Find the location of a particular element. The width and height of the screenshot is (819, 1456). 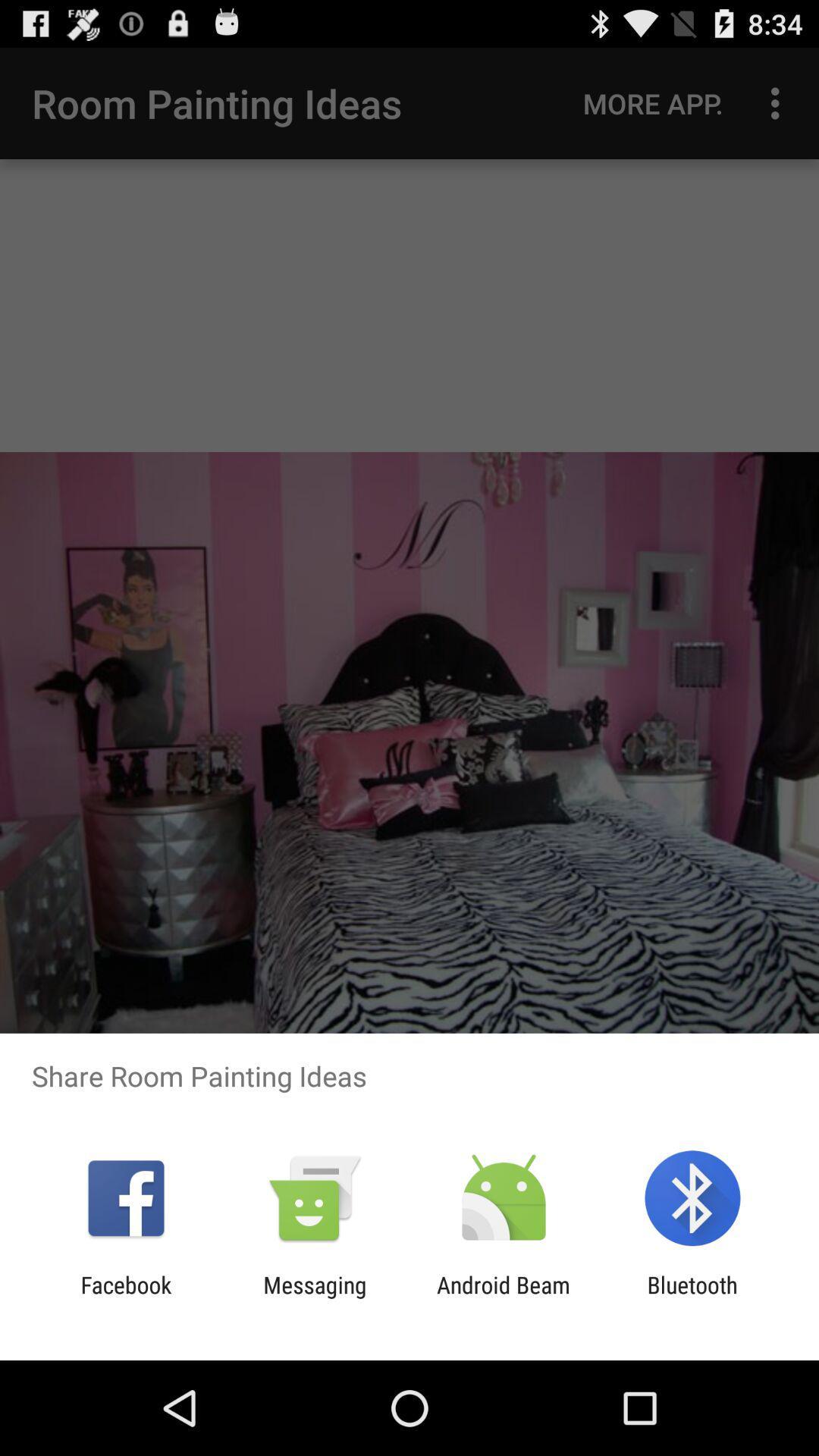

facebook is located at coordinates (125, 1298).